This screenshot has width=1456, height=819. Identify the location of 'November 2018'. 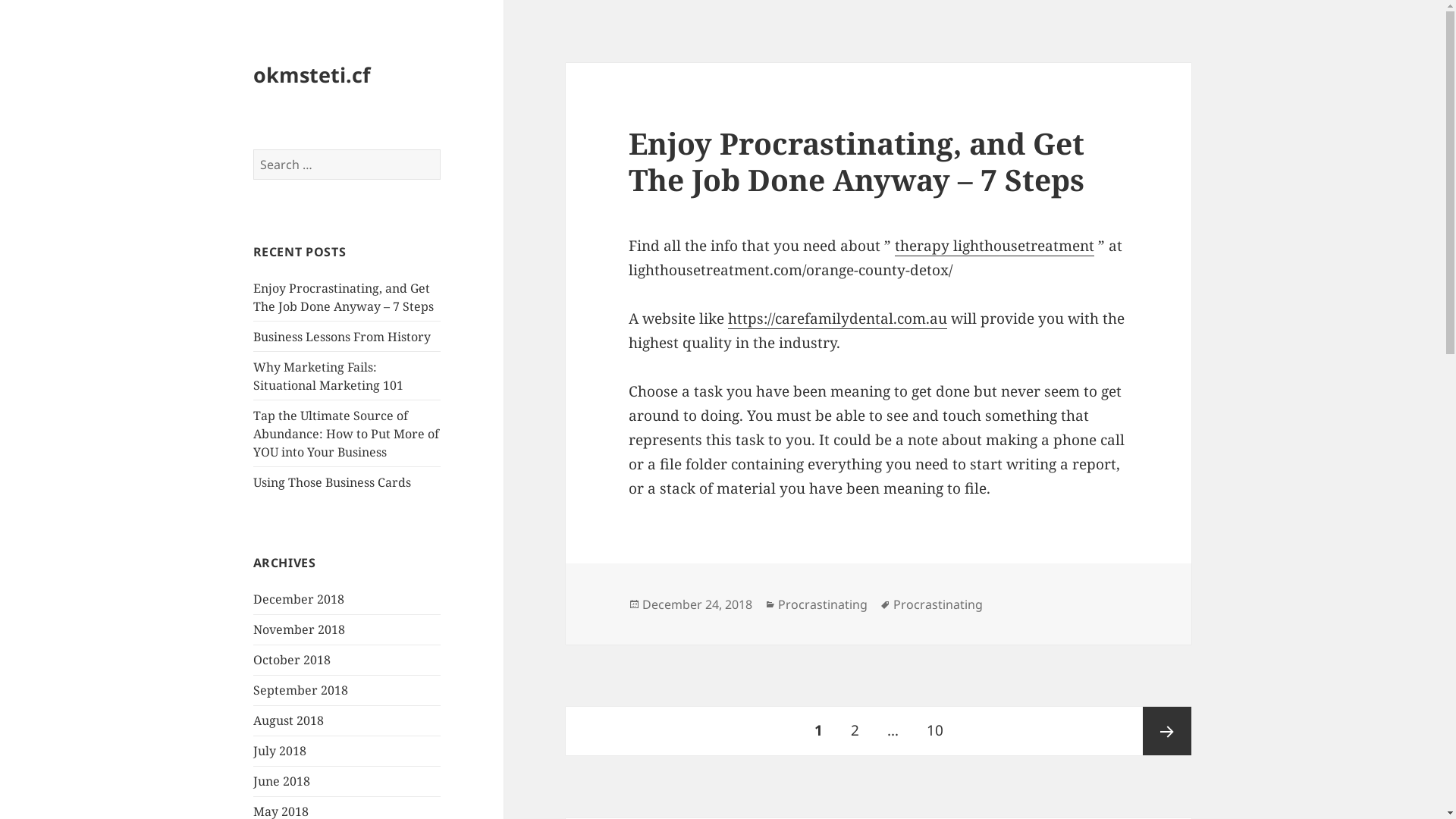
(299, 629).